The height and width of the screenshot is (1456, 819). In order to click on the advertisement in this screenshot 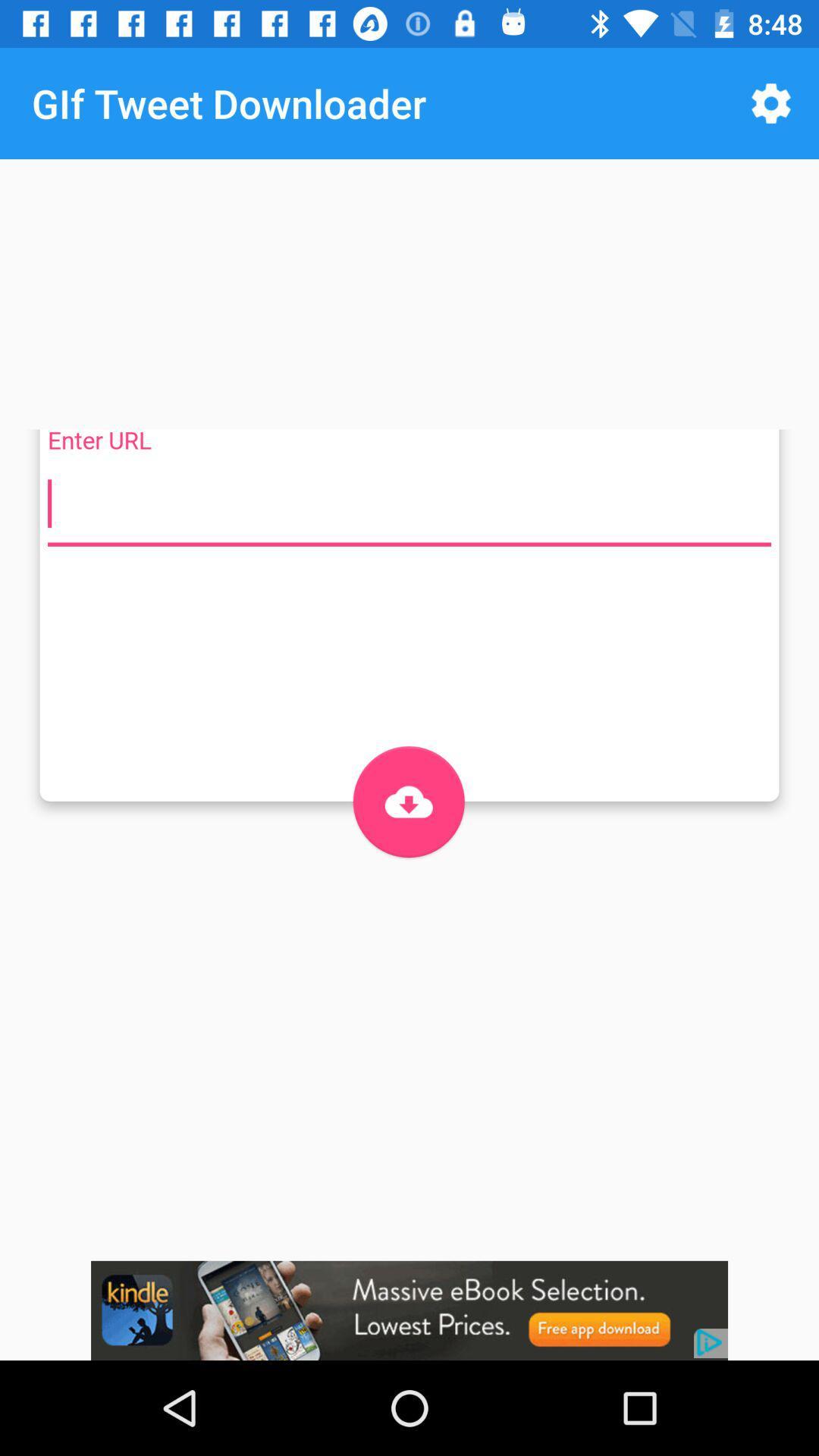, I will do `click(409, 1310)`.